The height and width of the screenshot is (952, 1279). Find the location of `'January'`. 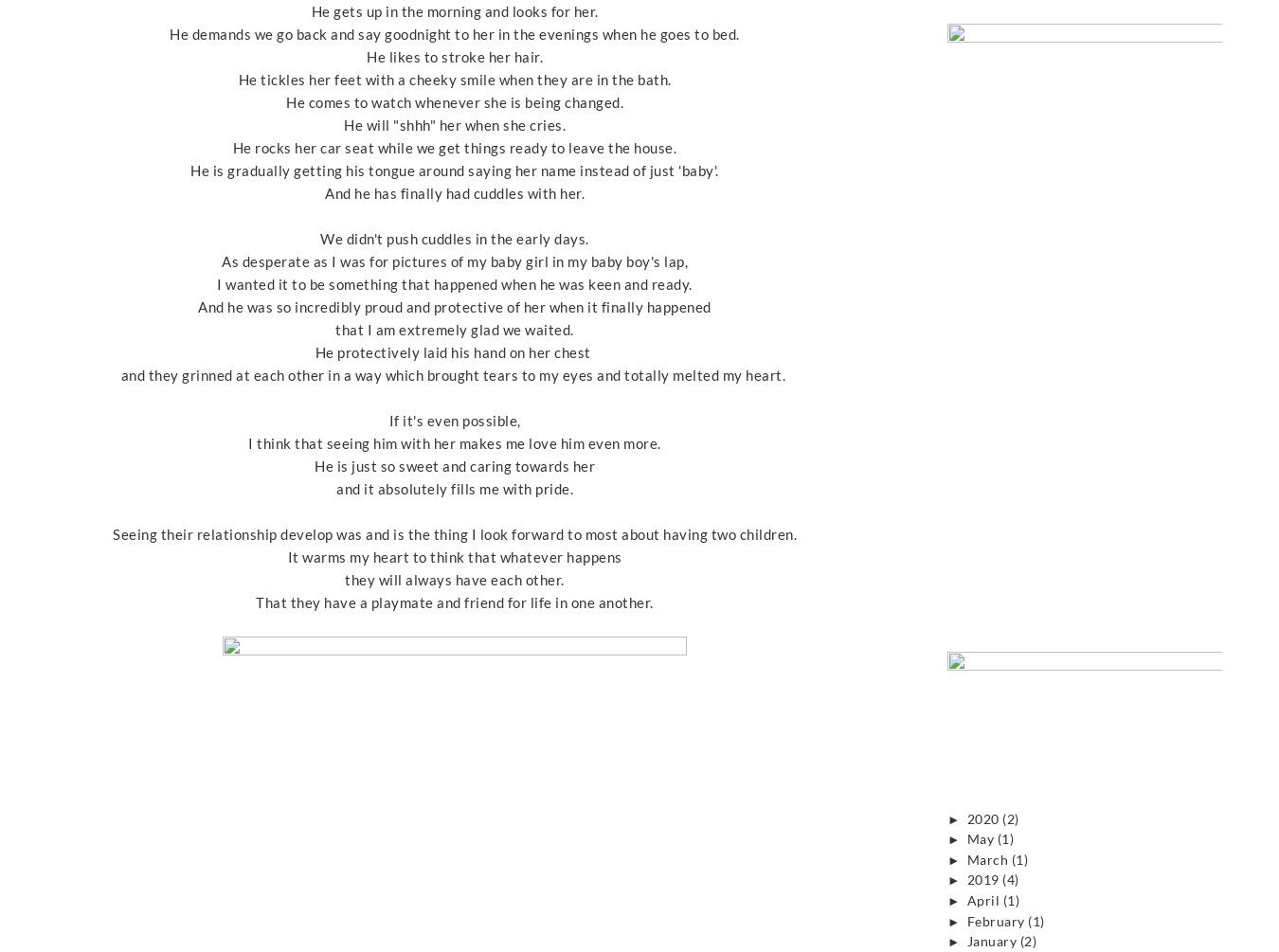

'January' is located at coordinates (993, 941).